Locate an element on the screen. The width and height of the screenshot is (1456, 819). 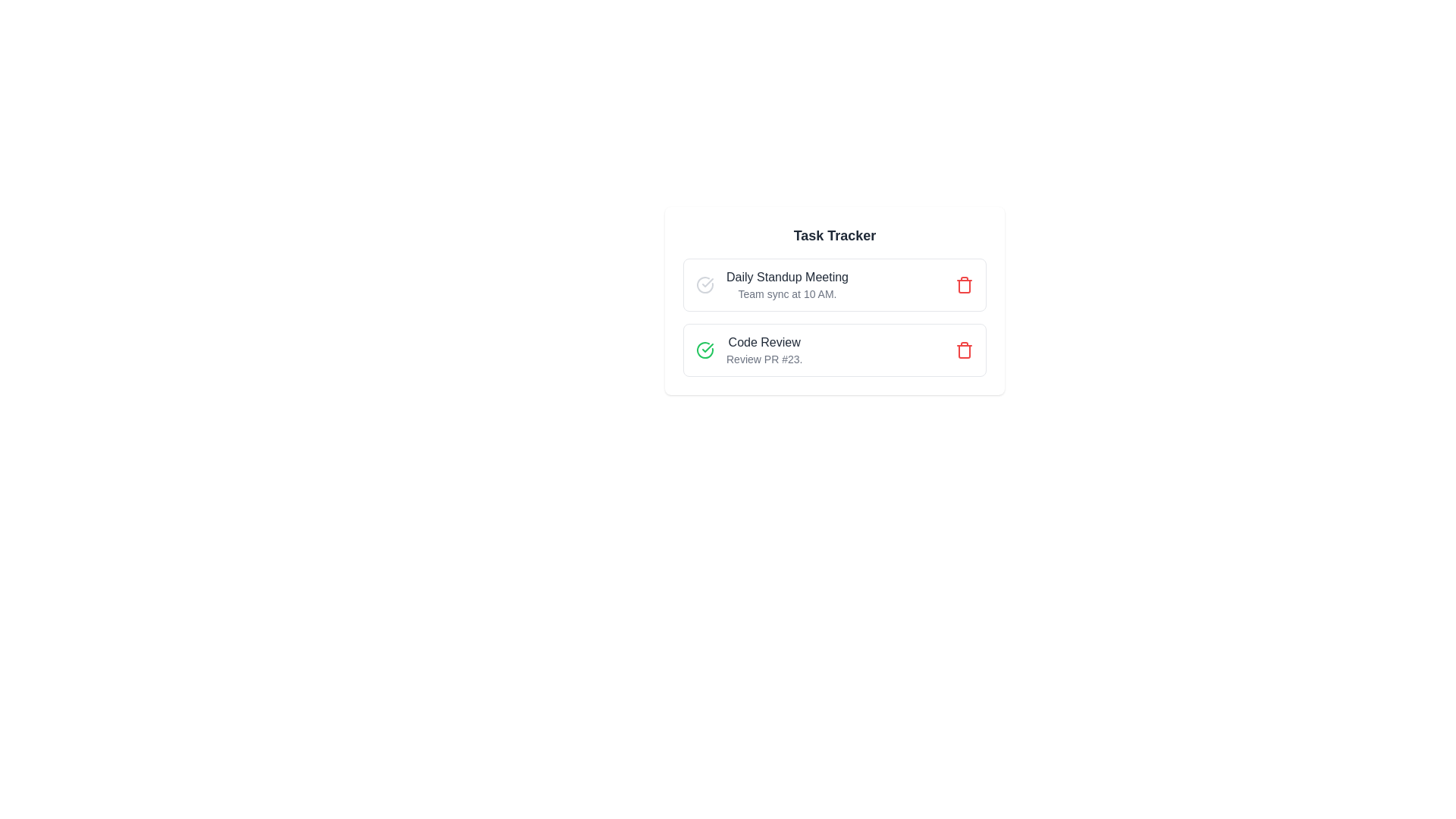
the trash icon corresponding to the task titled 'Code Review' to delete it is located at coordinates (964, 350).